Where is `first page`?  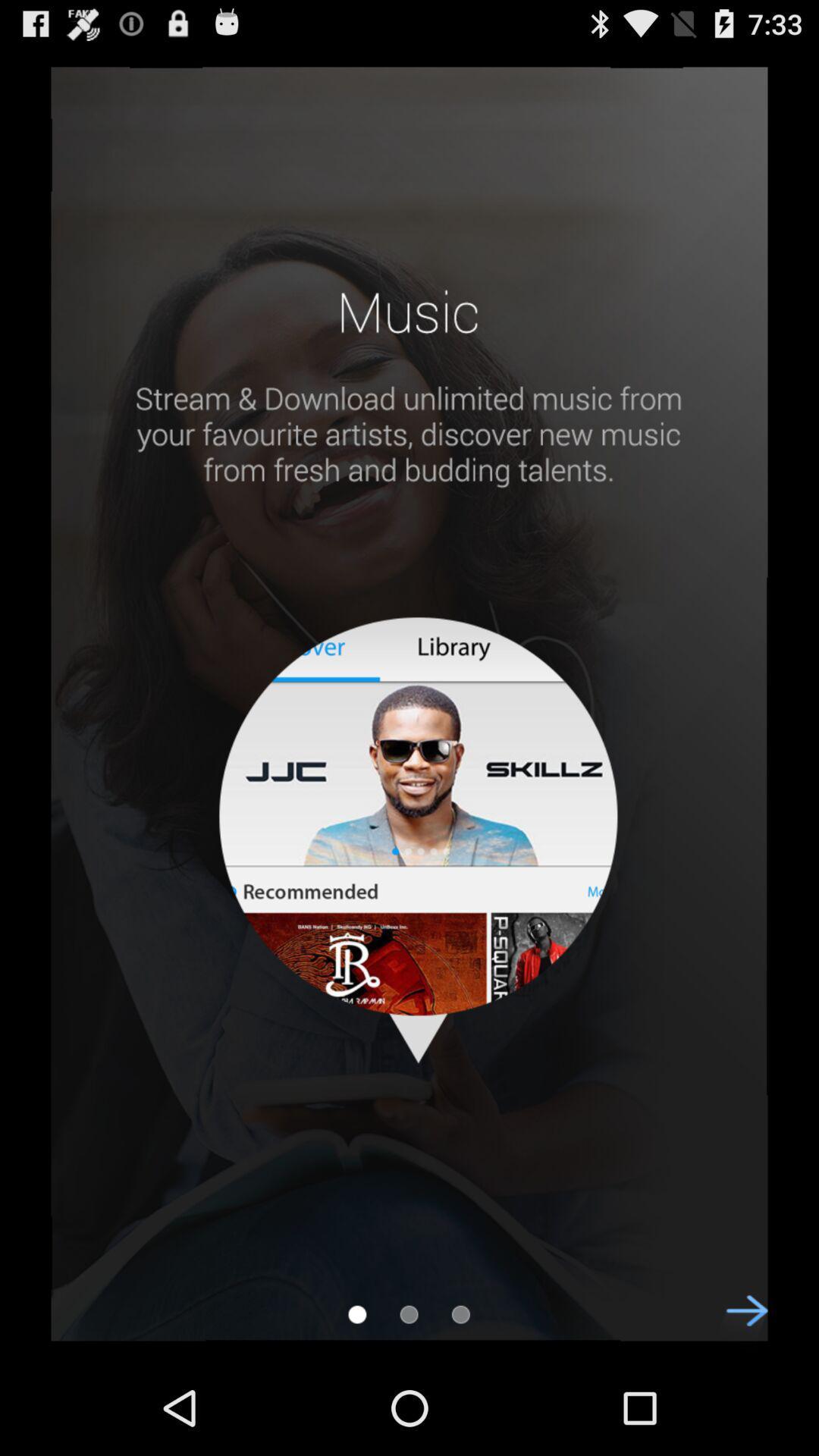
first page is located at coordinates (357, 1313).